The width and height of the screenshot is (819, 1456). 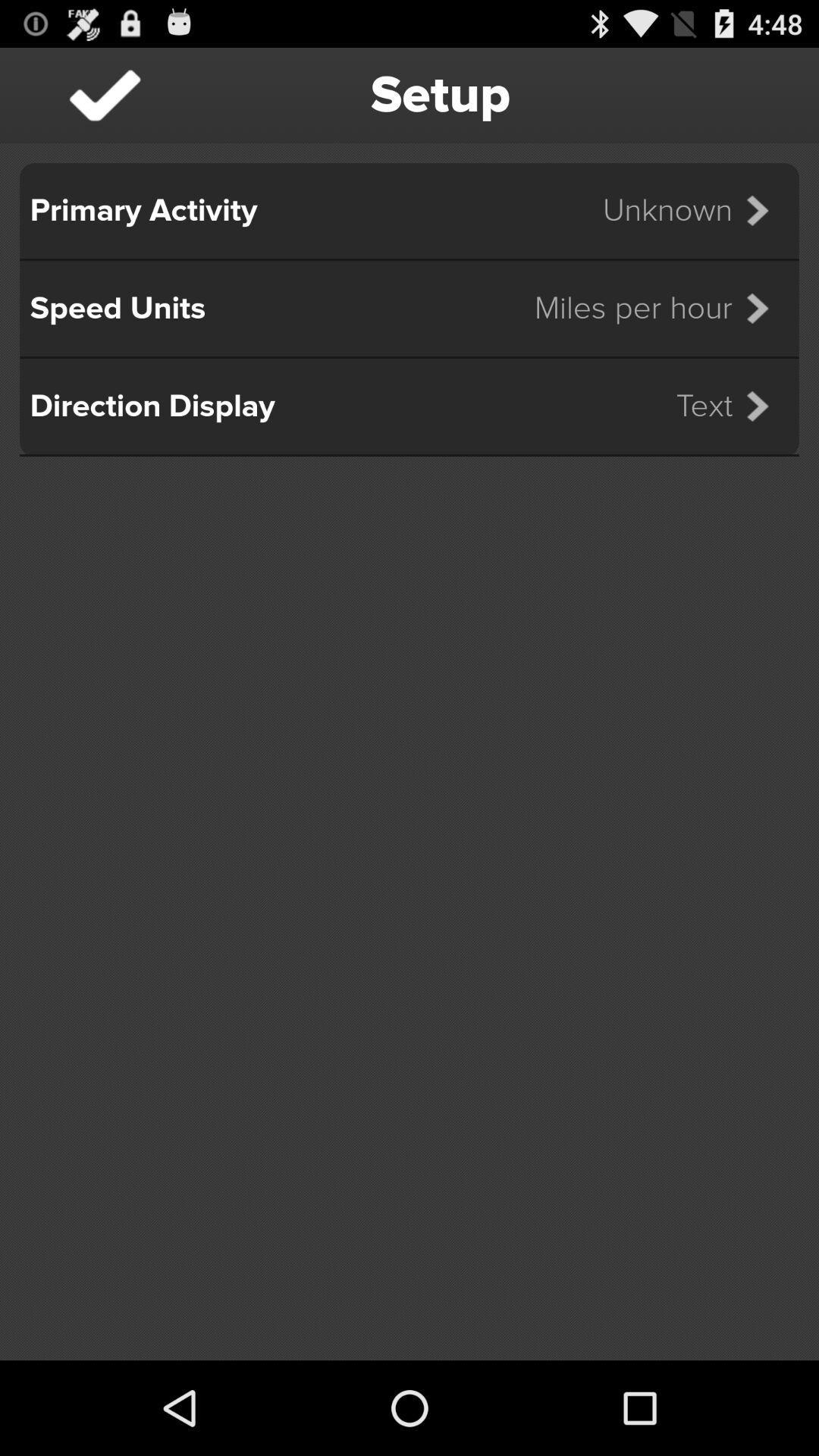 I want to click on the unknown icon, so click(x=695, y=210).